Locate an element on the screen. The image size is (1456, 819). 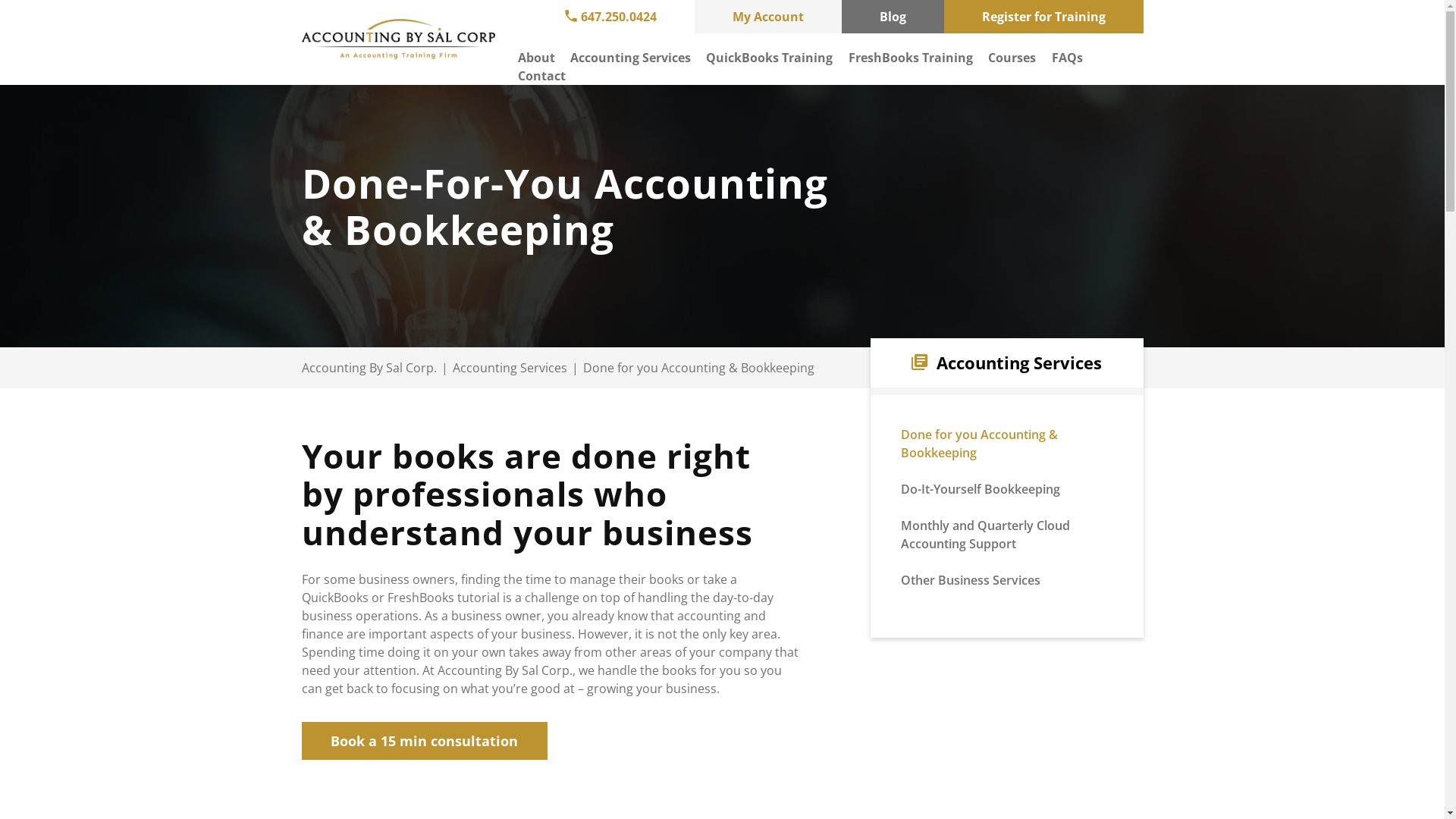
'Accounting Services' is located at coordinates (630, 57).